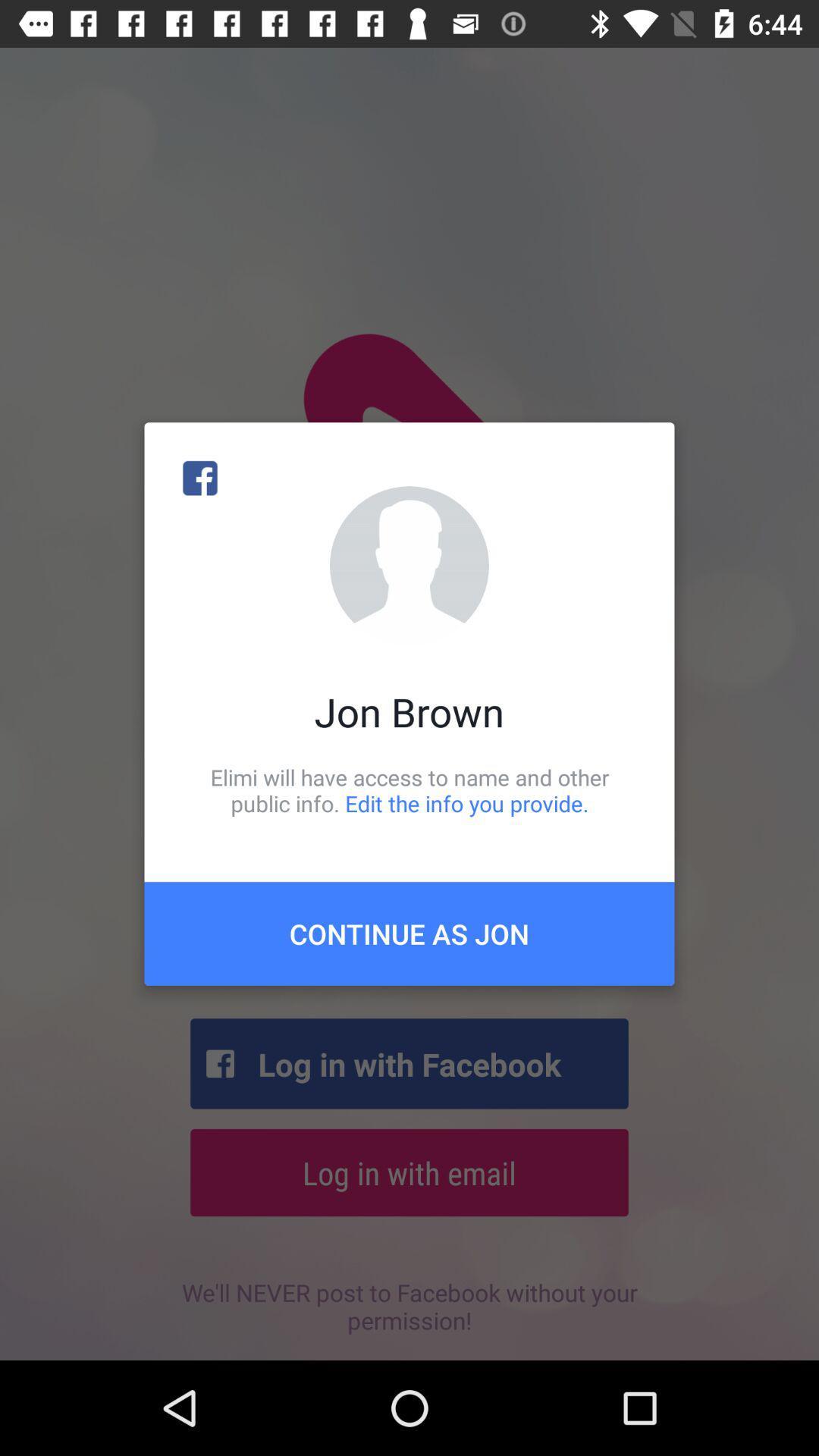 Image resolution: width=819 pixels, height=1456 pixels. I want to click on icon below elimi will have, so click(409, 933).